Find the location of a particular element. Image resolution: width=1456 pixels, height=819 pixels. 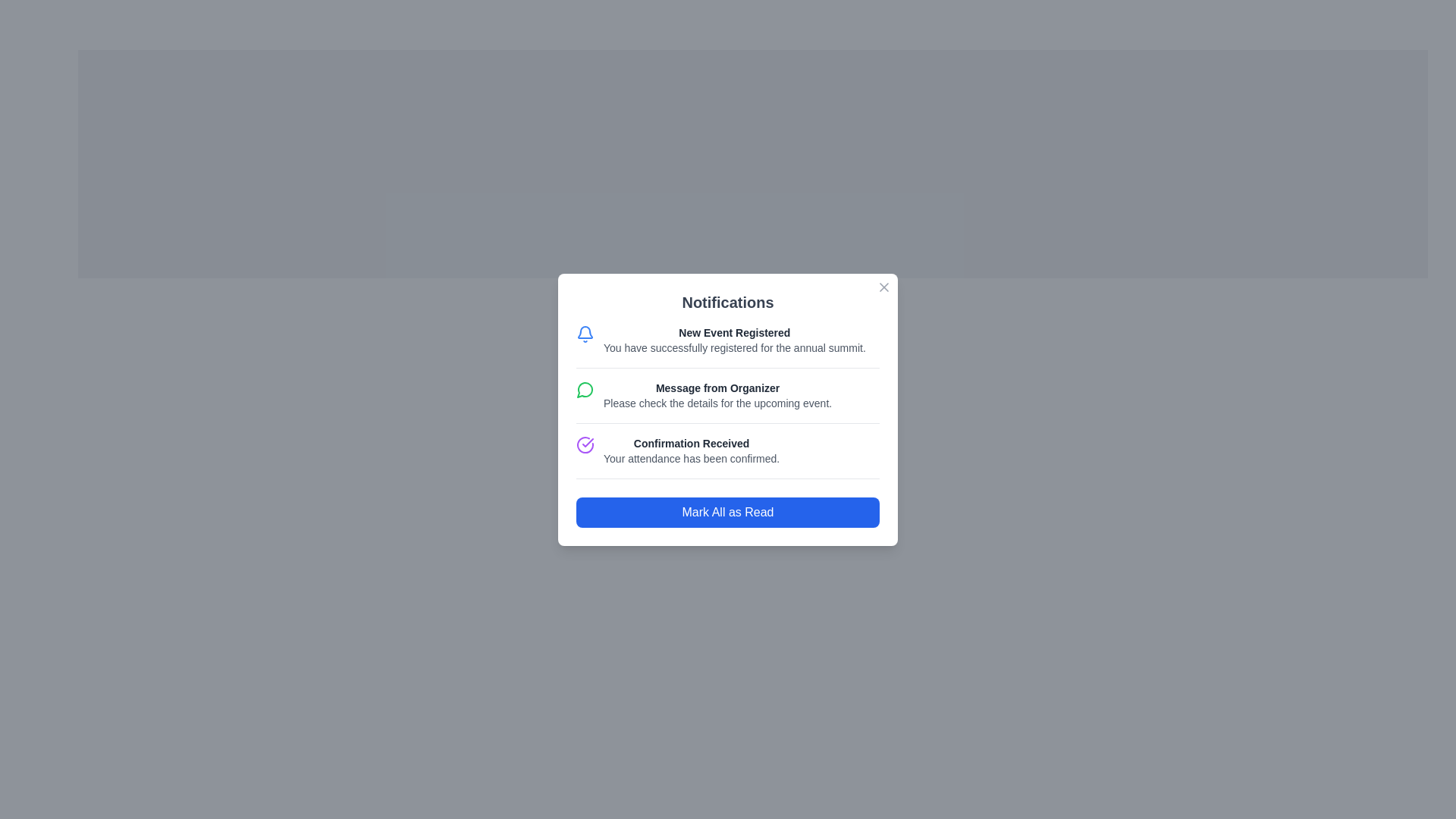

the static text label that reads 'You have successfully registered for the annual summit.' which is located below the title 'New Event Registered' in the notifications popup is located at coordinates (734, 347).